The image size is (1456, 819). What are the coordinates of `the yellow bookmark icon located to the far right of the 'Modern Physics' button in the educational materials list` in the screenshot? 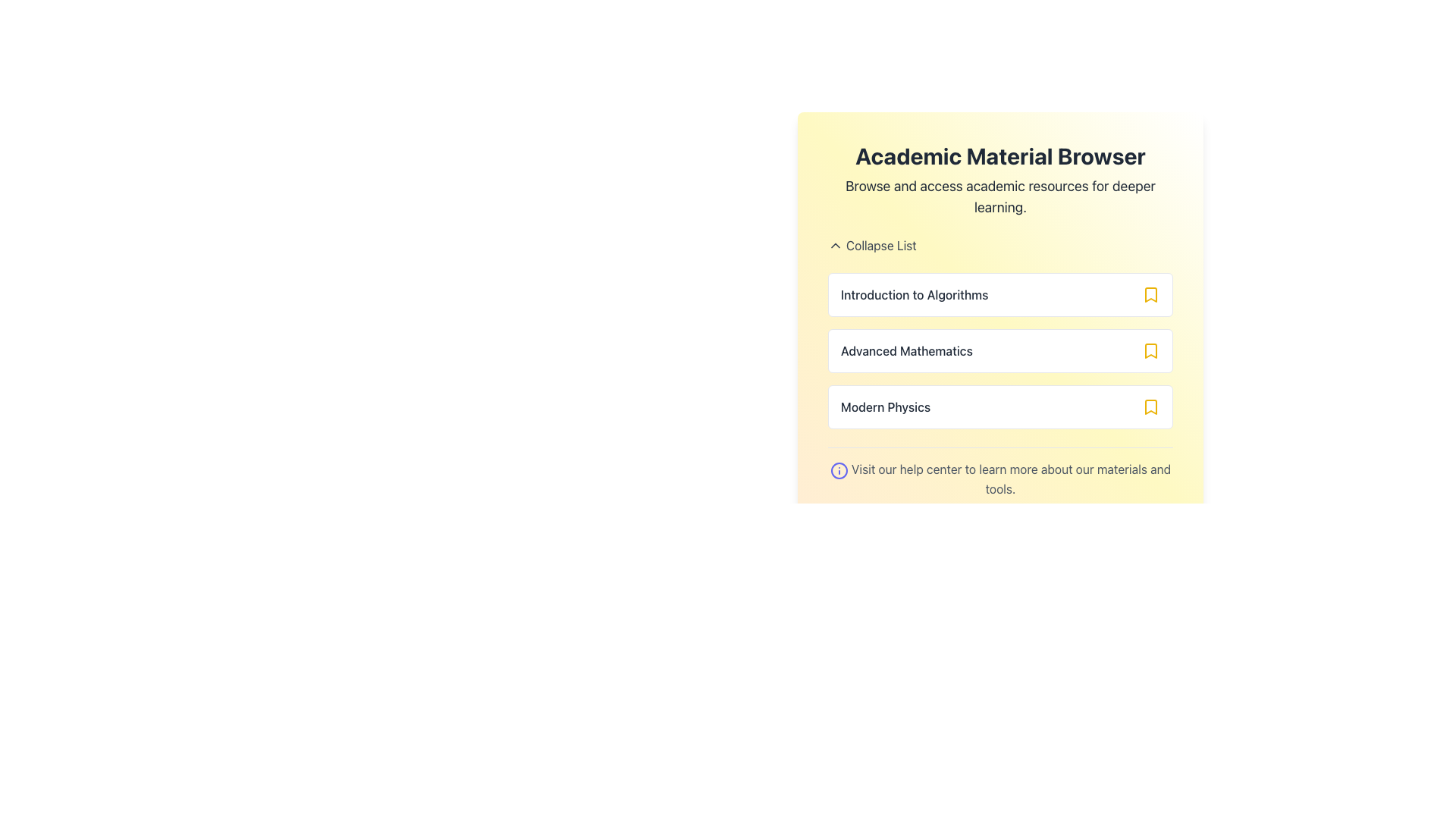 It's located at (1150, 406).